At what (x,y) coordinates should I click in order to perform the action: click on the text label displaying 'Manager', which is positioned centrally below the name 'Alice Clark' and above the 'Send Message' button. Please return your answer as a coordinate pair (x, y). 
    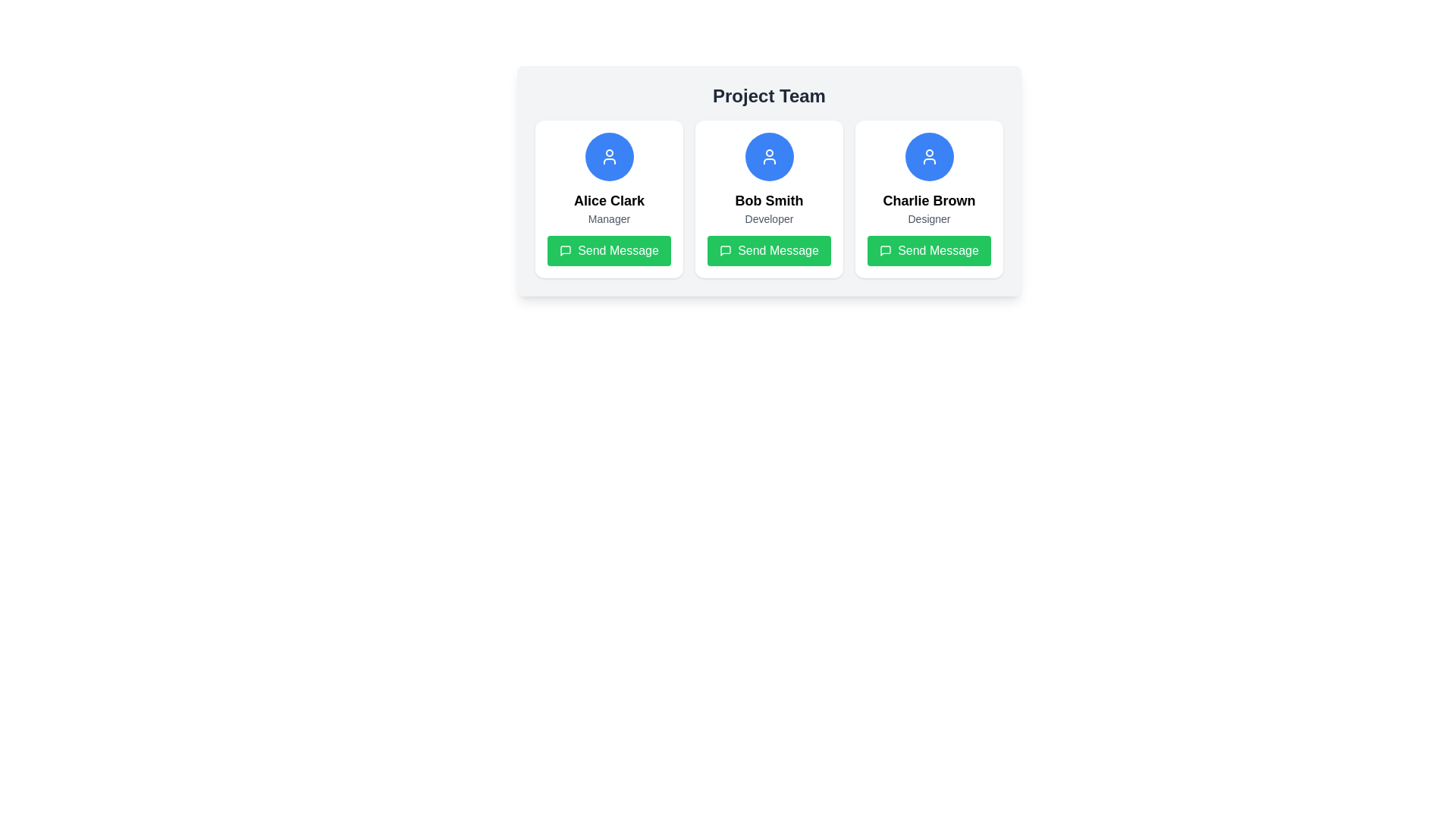
    Looking at the image, I should click on (609, 219).